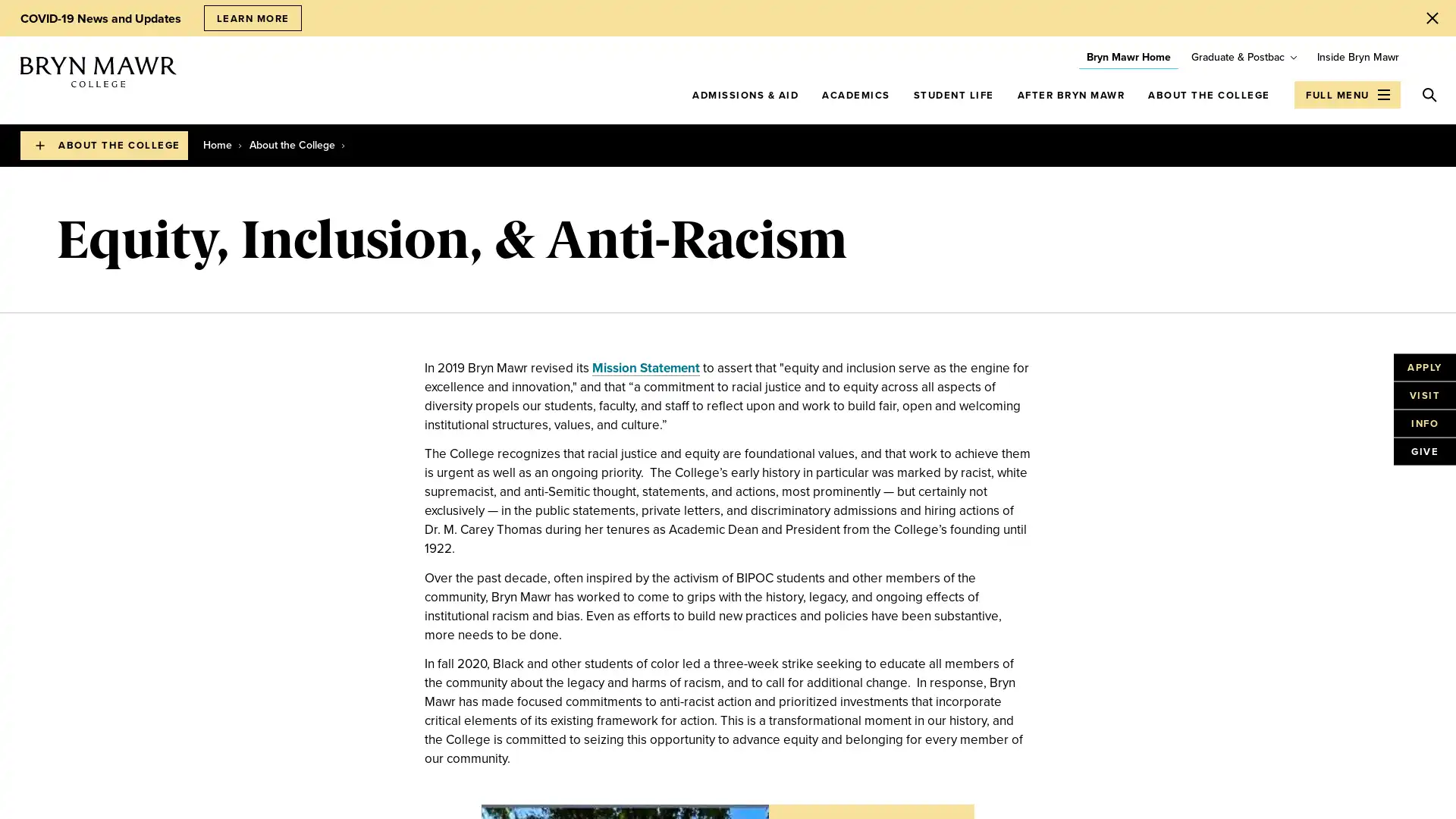 This screenshot has width=1456, height=819. Describe the element at coordinates (1238, 56) in the screenshot. I see `Graduate & Postbac` at that location.